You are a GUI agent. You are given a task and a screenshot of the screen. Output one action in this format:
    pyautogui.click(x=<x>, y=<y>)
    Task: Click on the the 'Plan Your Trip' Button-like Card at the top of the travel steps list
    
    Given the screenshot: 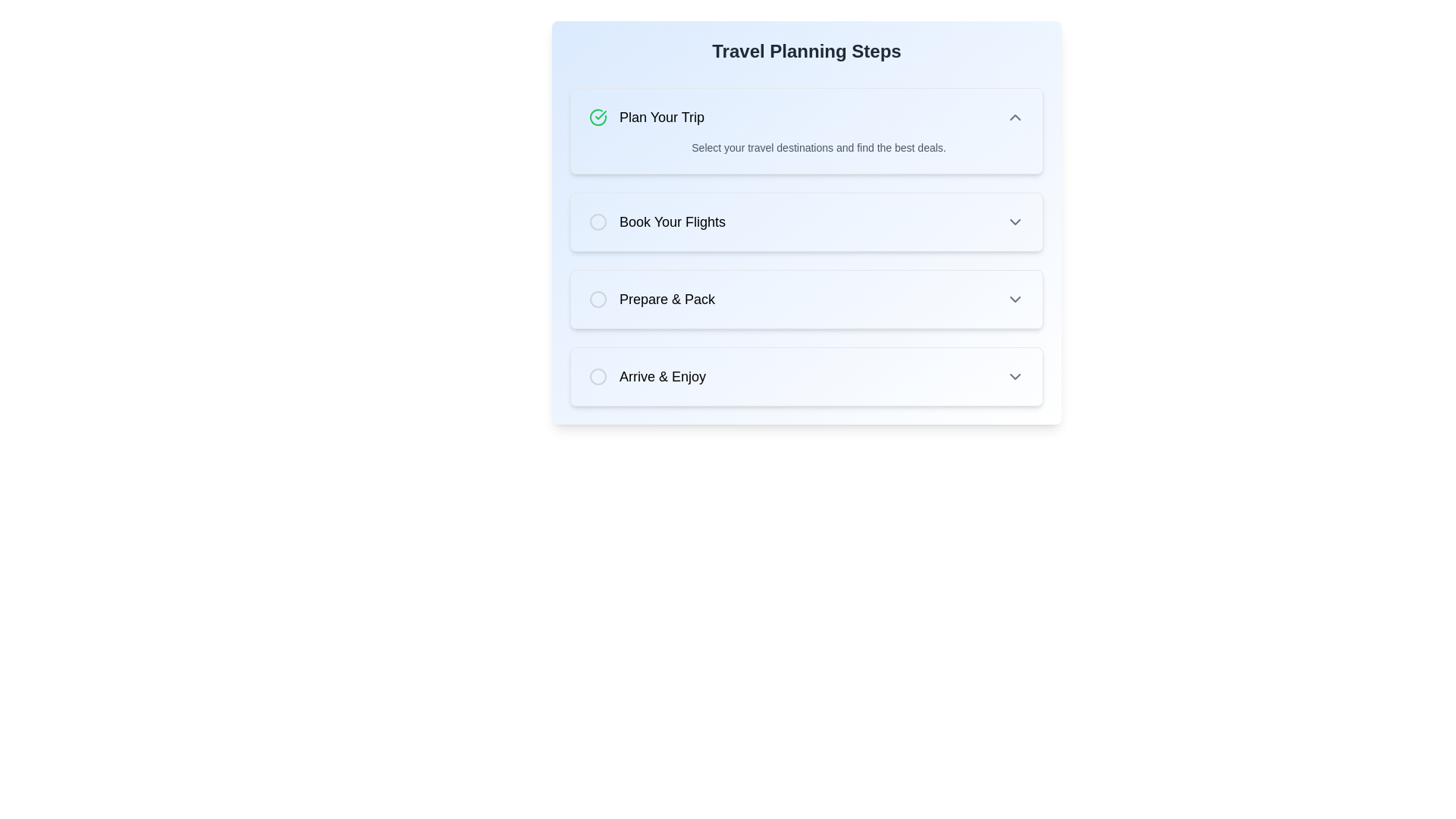 What is the action you would take?
    pyautogui.click(x=806, y=130)
    